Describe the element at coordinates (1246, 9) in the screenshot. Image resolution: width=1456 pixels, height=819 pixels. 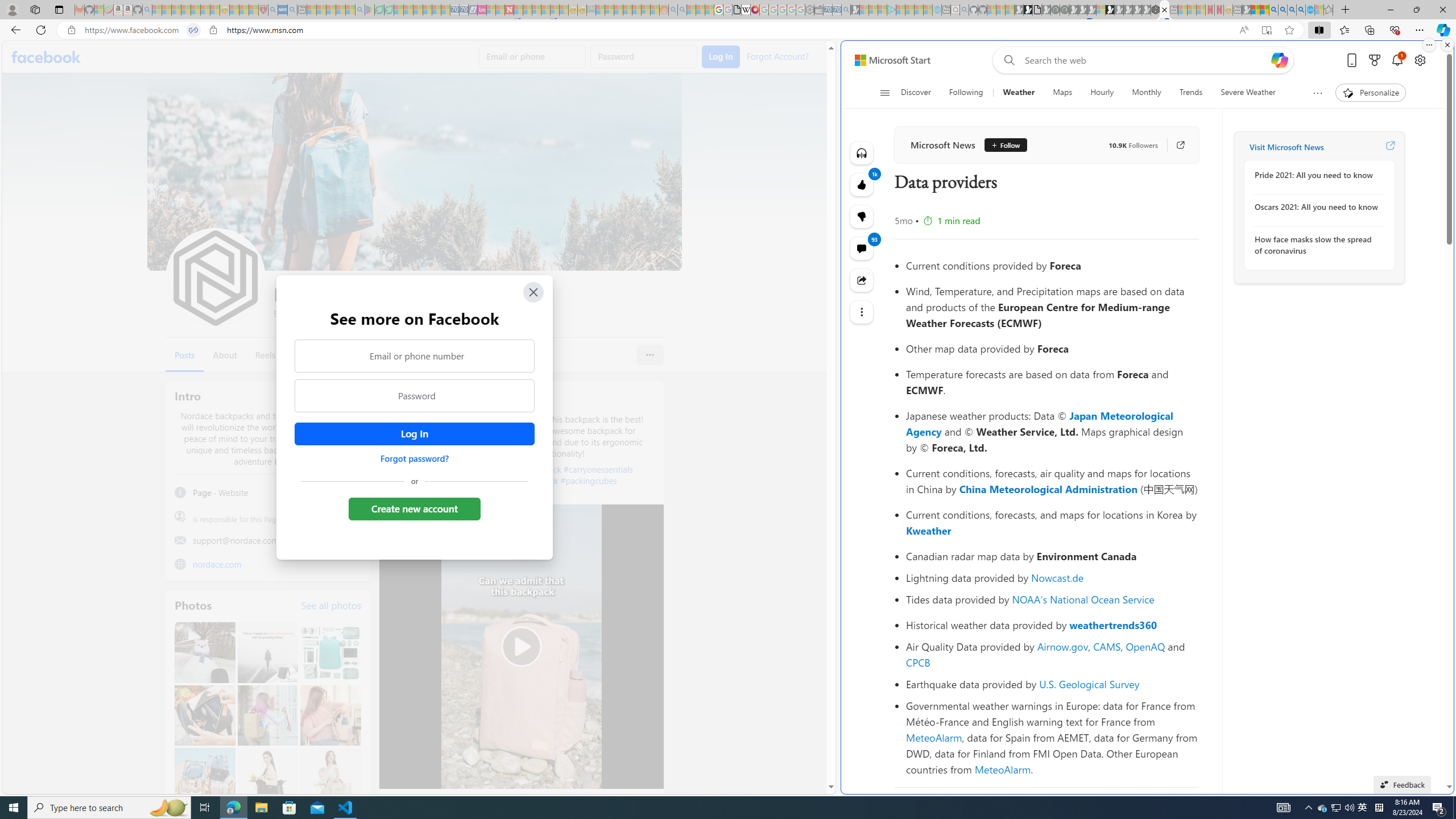
I see `'MSN - Sleeping'` at that location.